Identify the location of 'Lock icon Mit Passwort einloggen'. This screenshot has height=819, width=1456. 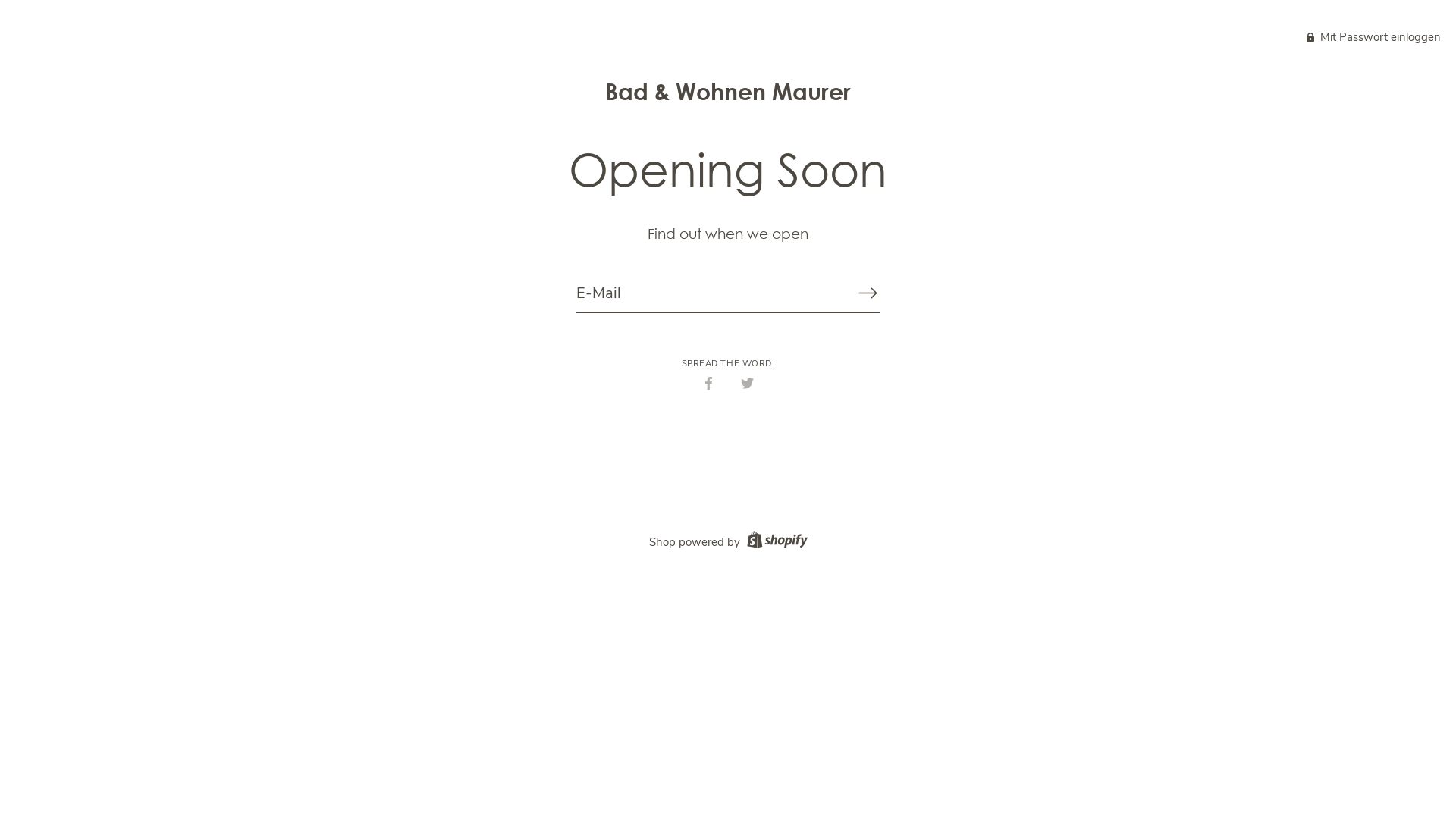
(1373, 36).